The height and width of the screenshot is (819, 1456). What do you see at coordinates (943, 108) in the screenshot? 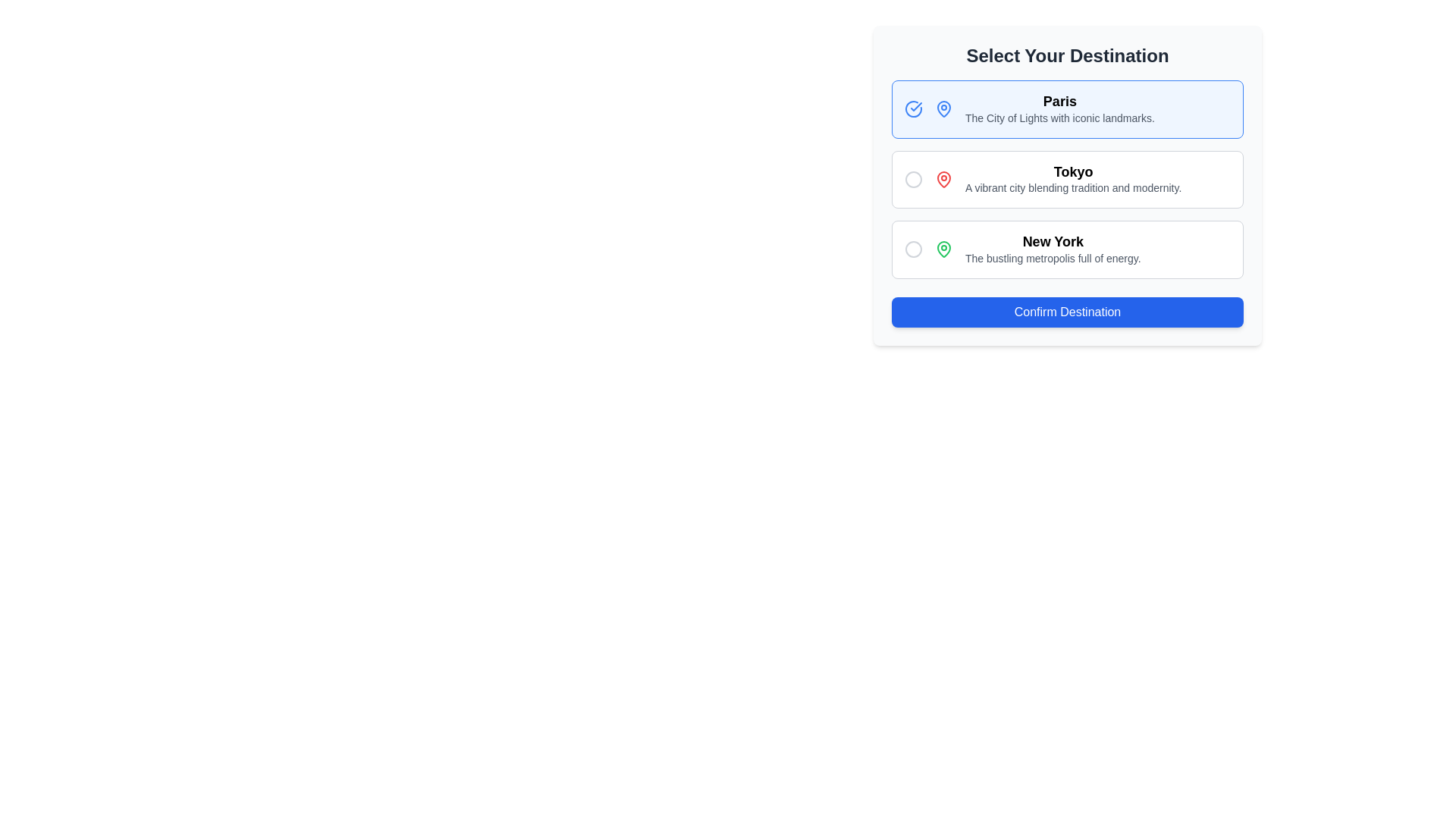
I see `the blue stylized map pin icon located next to the destination title 'Paris' in the 'Select Your Destination' interface` at bounding box center [943, 108].